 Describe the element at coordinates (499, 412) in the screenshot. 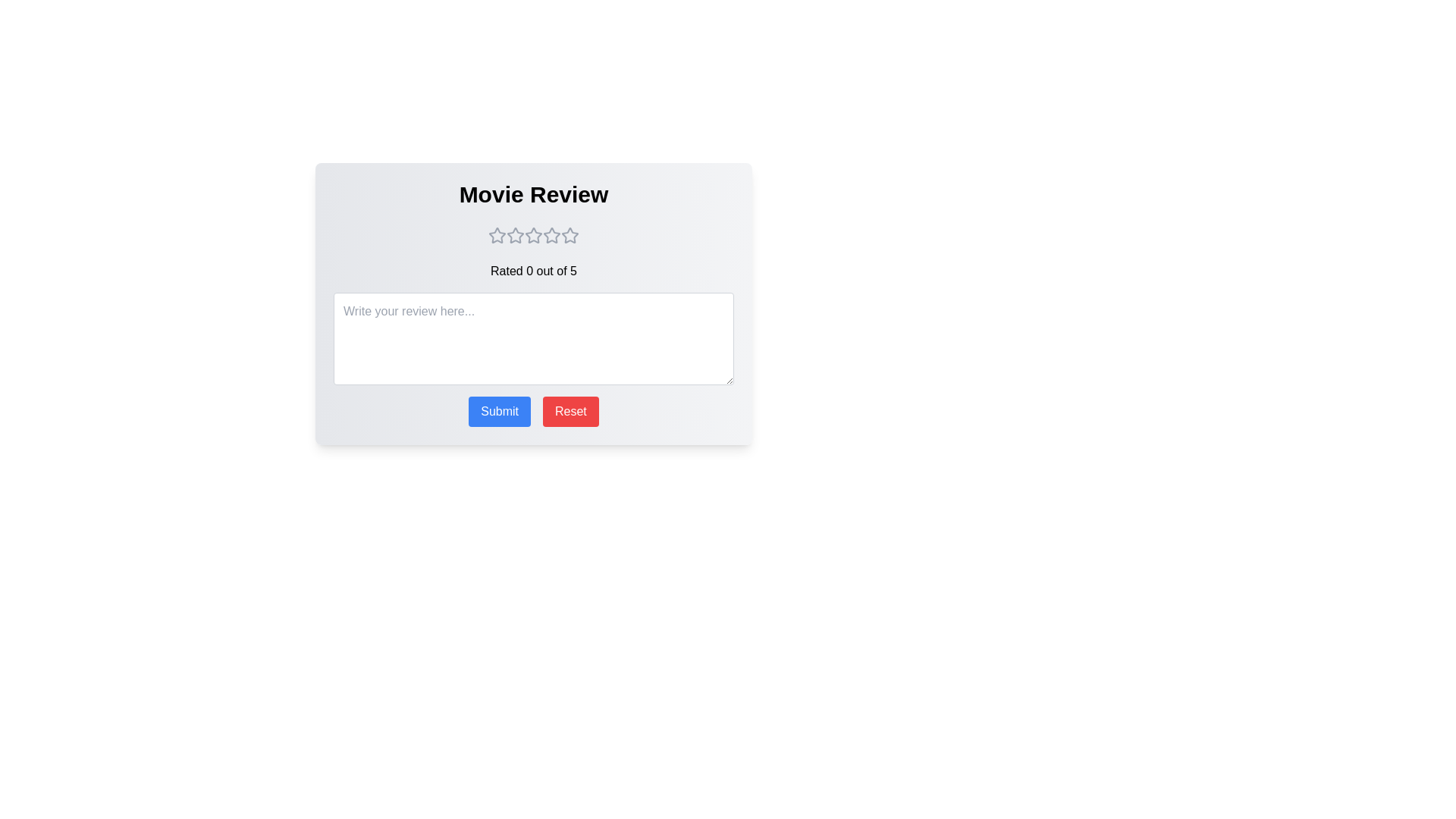

I see `Submit button to submit the review and rating` at that location.